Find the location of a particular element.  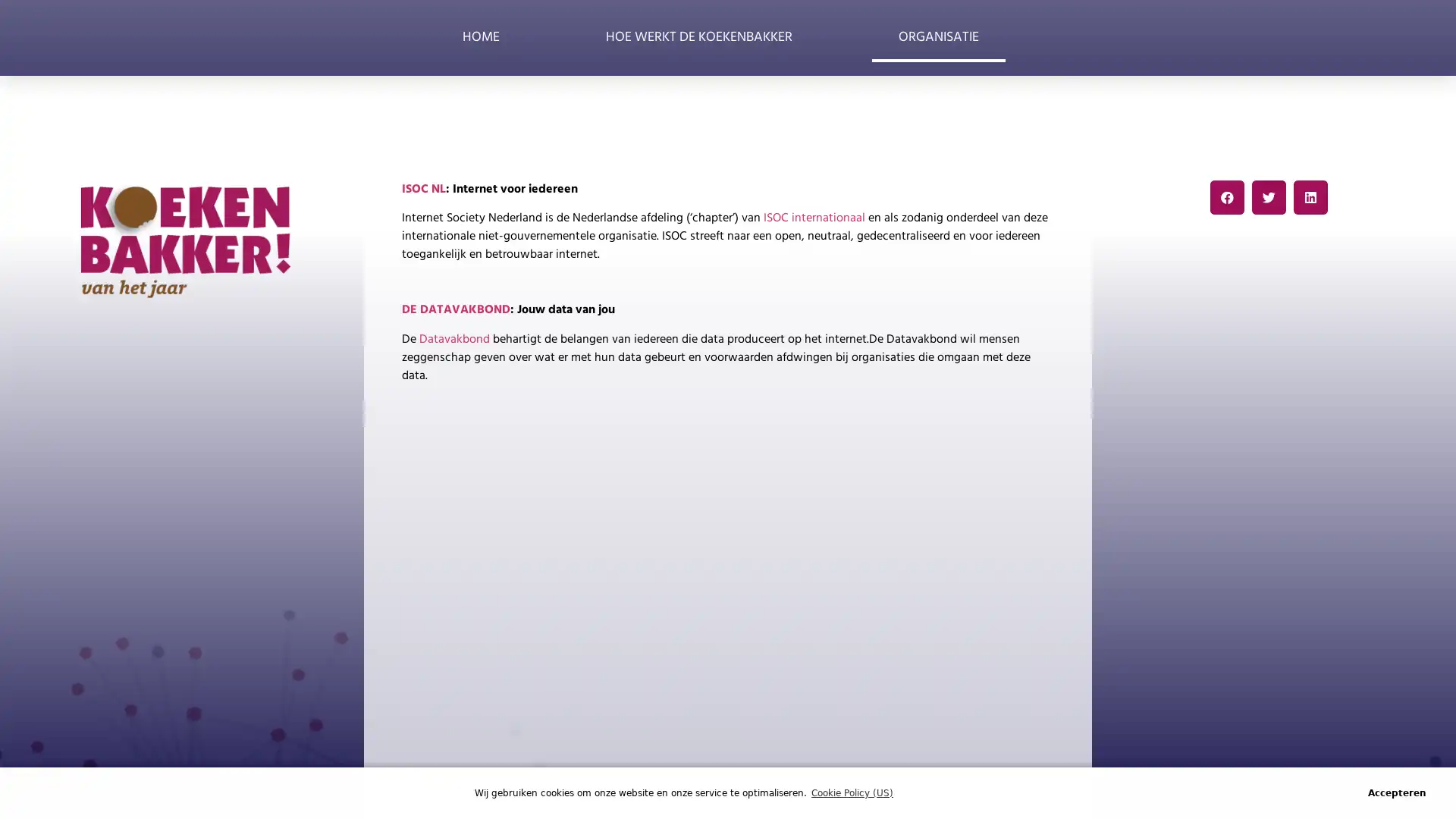

dismiss cookie message is located at coordinates (1396, 792).